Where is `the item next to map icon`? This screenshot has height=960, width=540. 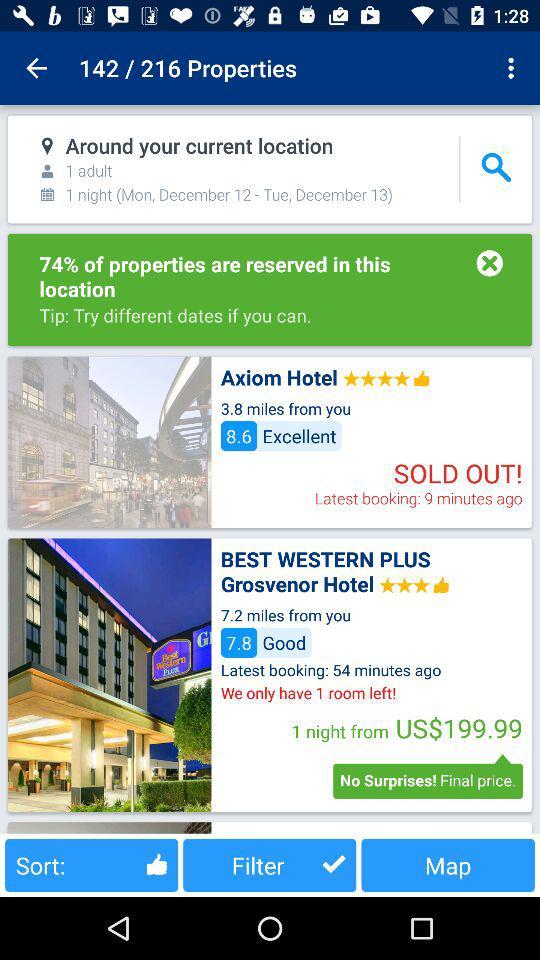
the item next to map icon is located at coordinates (269, 864).